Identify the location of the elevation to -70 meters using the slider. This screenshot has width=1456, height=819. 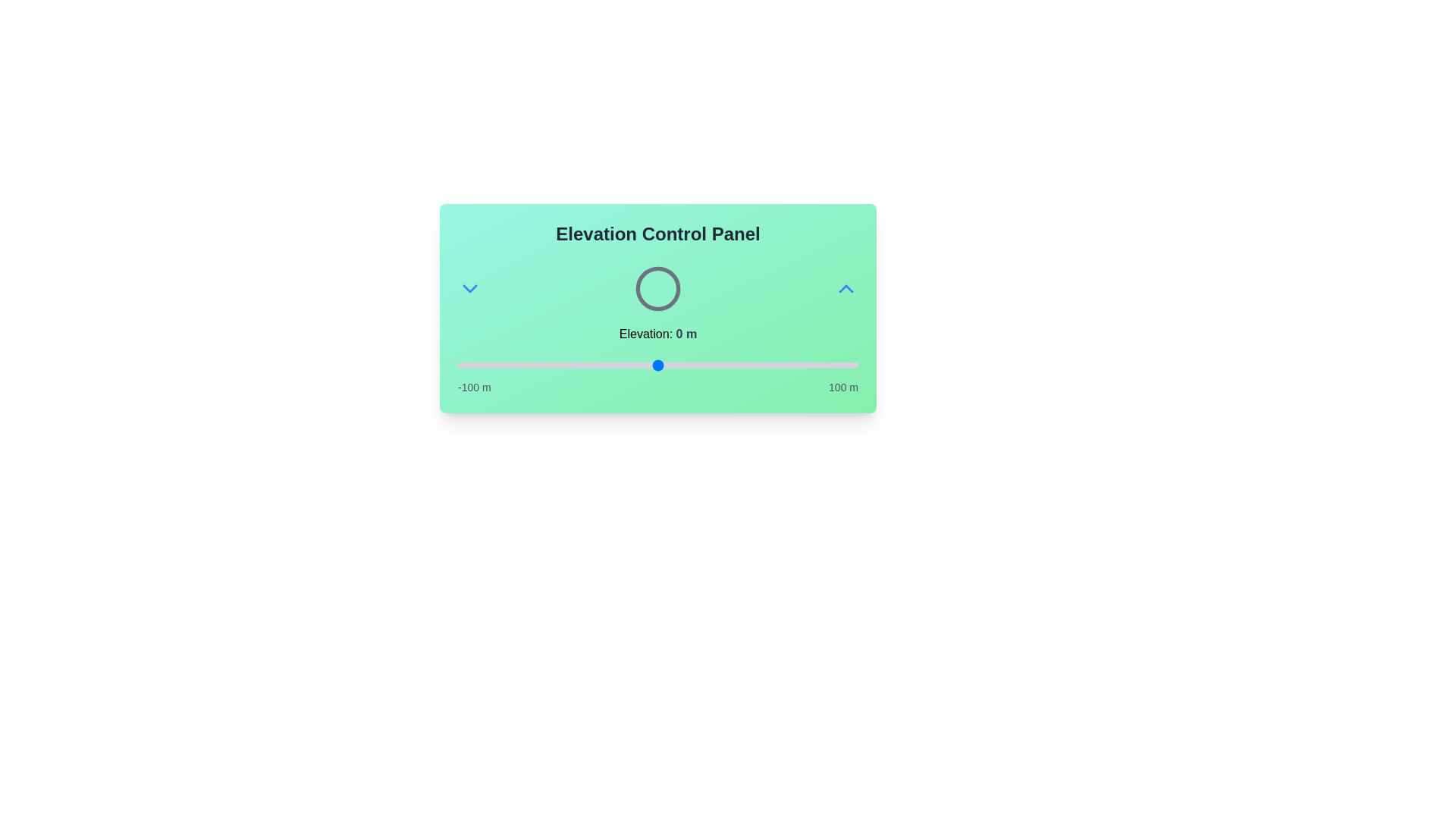
(518, 366).